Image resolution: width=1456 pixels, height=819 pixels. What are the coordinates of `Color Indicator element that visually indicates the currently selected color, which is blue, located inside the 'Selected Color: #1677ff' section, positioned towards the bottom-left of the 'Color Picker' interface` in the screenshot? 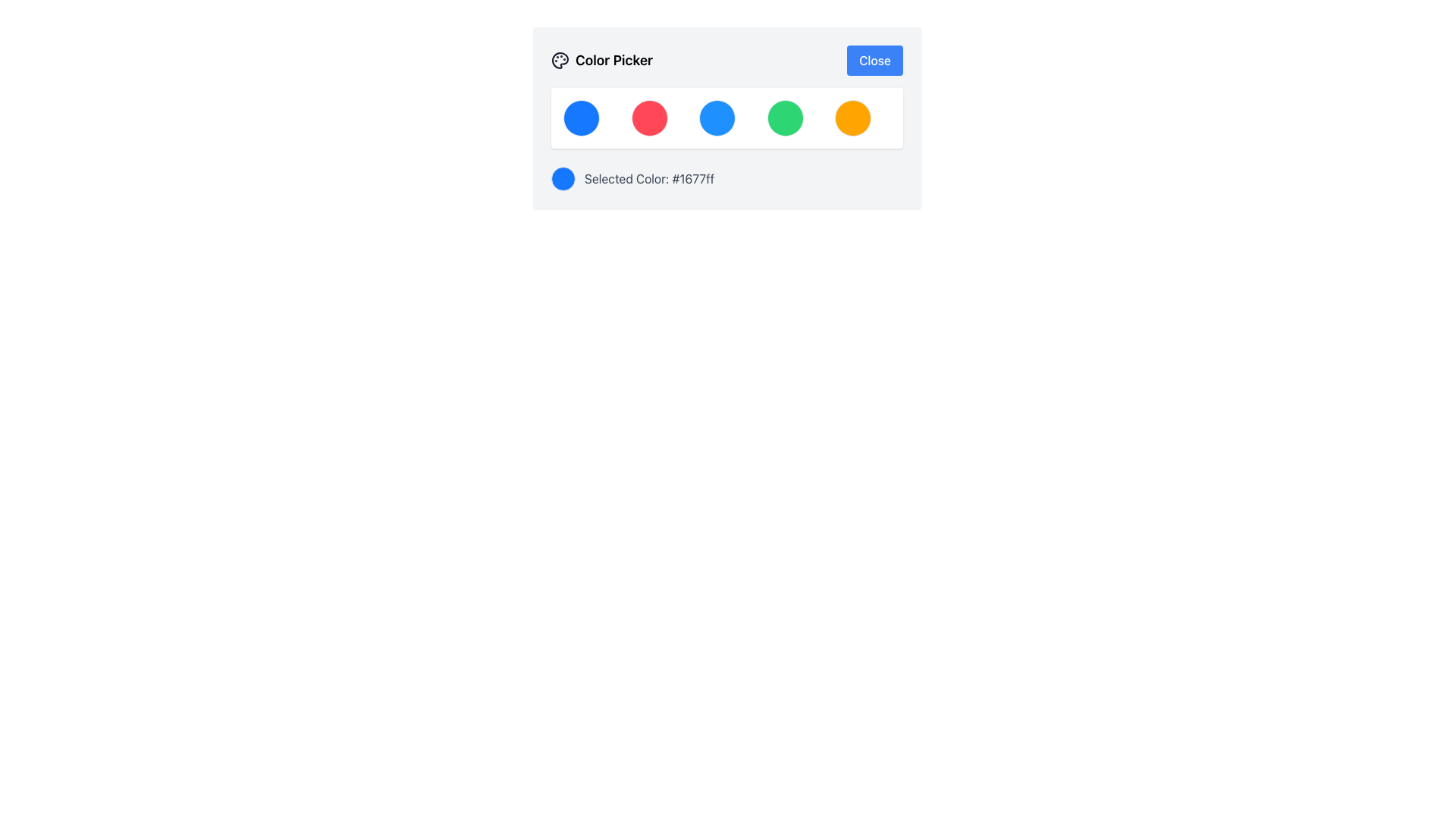 It's located at (563, 177).